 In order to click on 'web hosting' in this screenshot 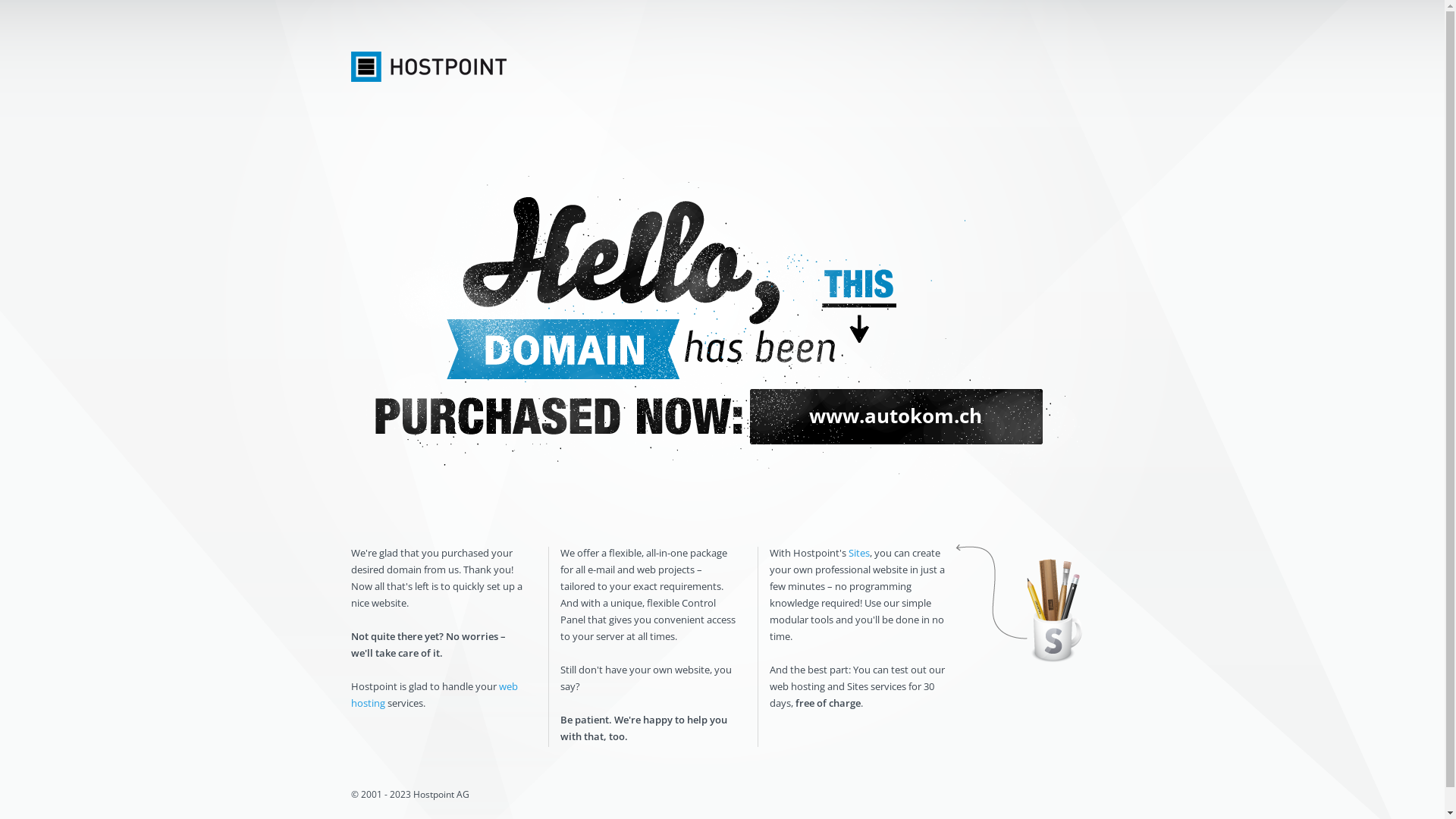, I will do `click(432, 694)`.